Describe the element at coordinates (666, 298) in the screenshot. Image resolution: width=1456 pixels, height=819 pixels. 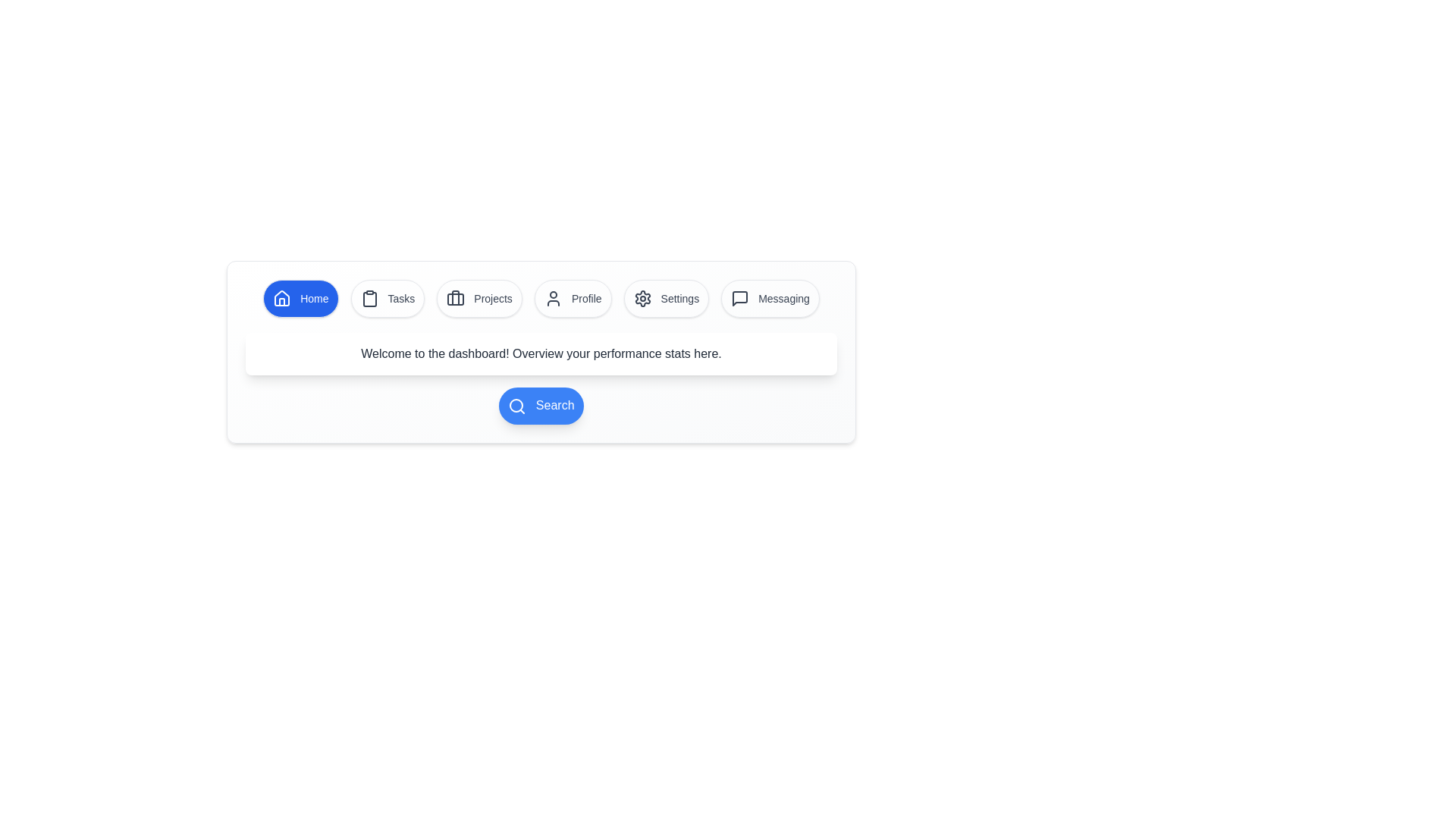
I see `the 'Settings' button, which is the fifth button in a group of horizontally aligned buttons at the center-top section` at that location.